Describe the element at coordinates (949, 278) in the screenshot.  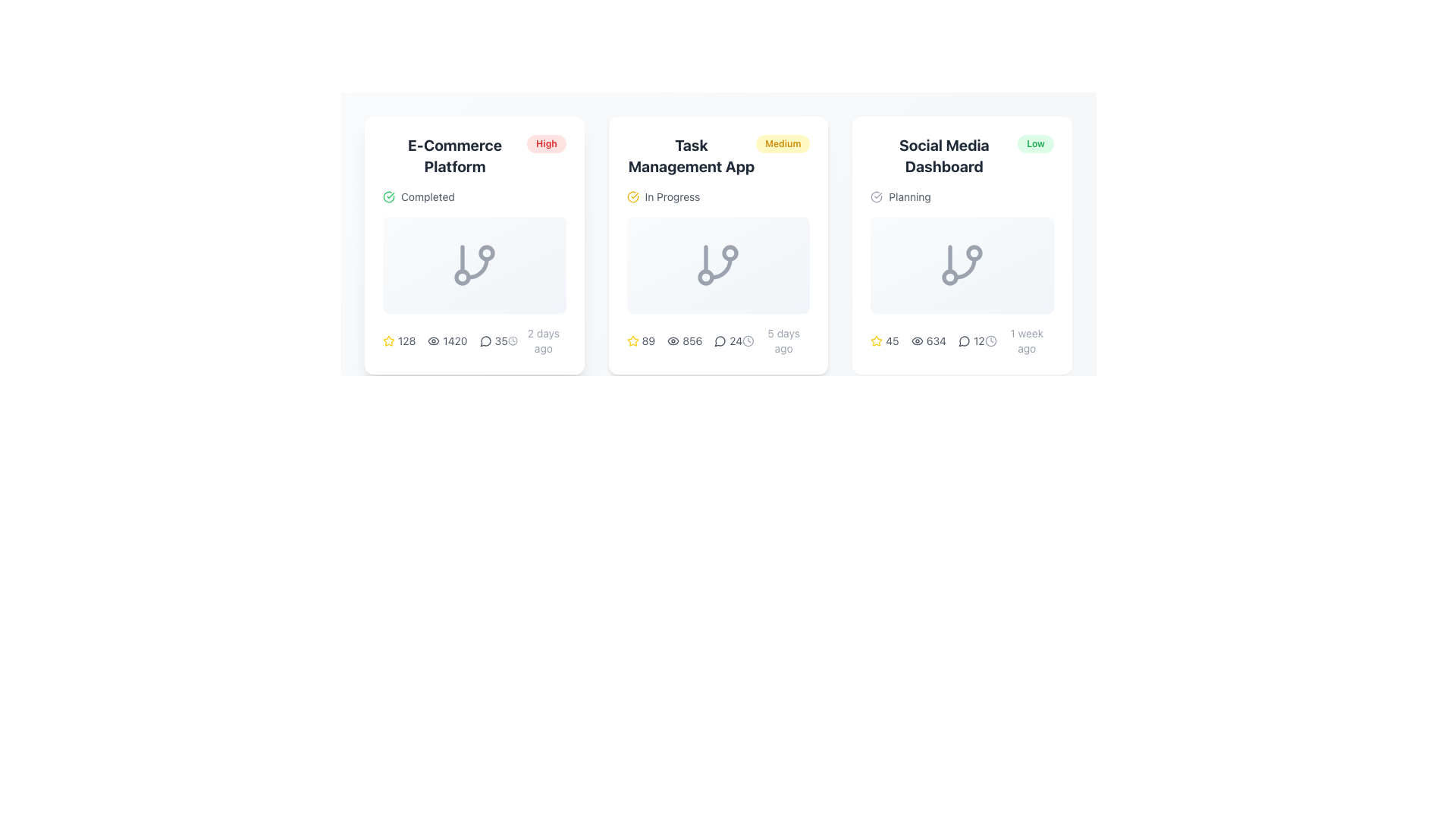
I see `the bottom-left SVG Circle component in the diagram, which represents a branching point or node` at that location.